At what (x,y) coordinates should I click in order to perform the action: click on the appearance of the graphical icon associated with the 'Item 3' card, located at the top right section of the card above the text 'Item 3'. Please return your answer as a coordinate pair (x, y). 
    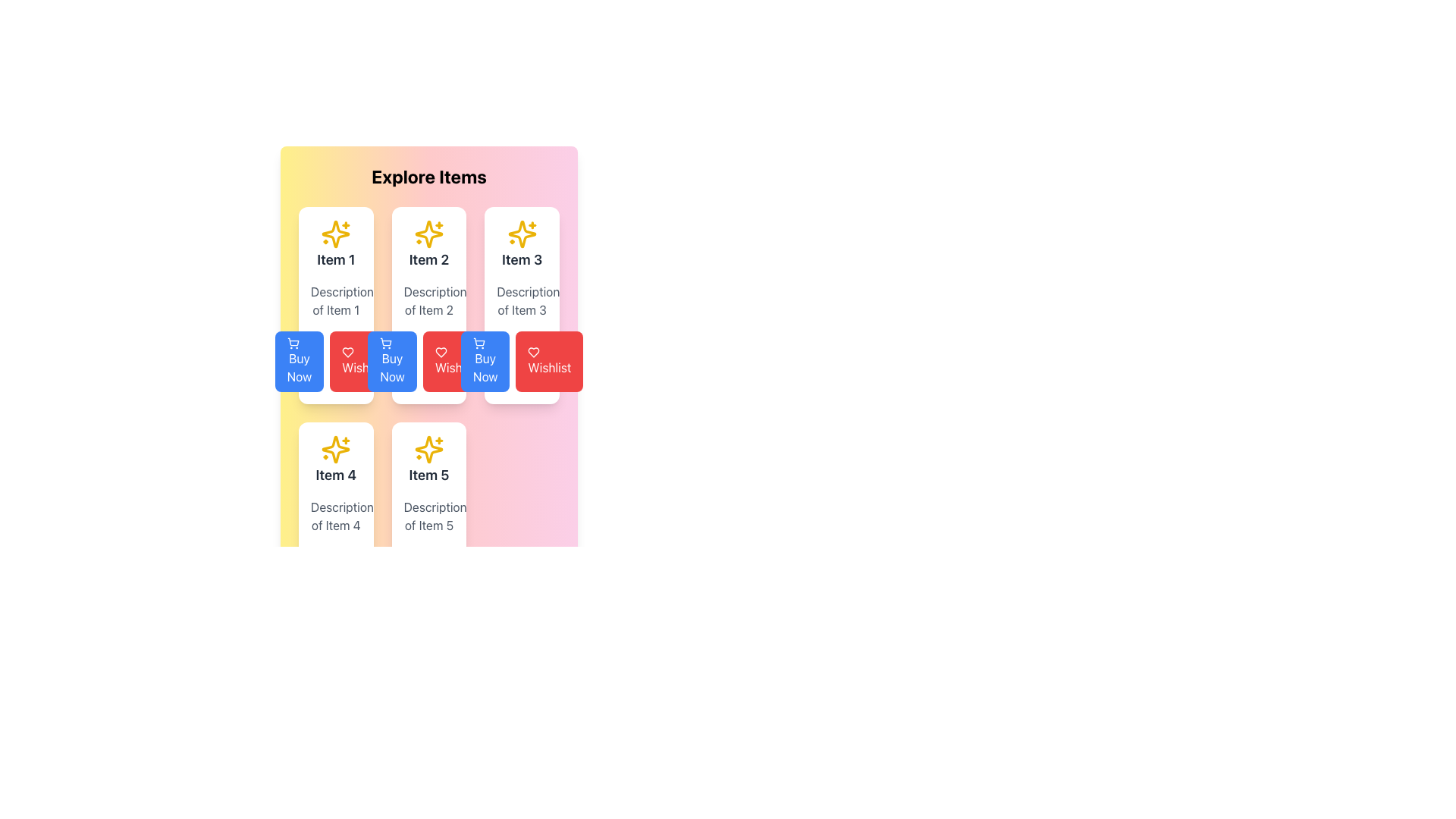
    Looking at the image, I should click on (522, 234).